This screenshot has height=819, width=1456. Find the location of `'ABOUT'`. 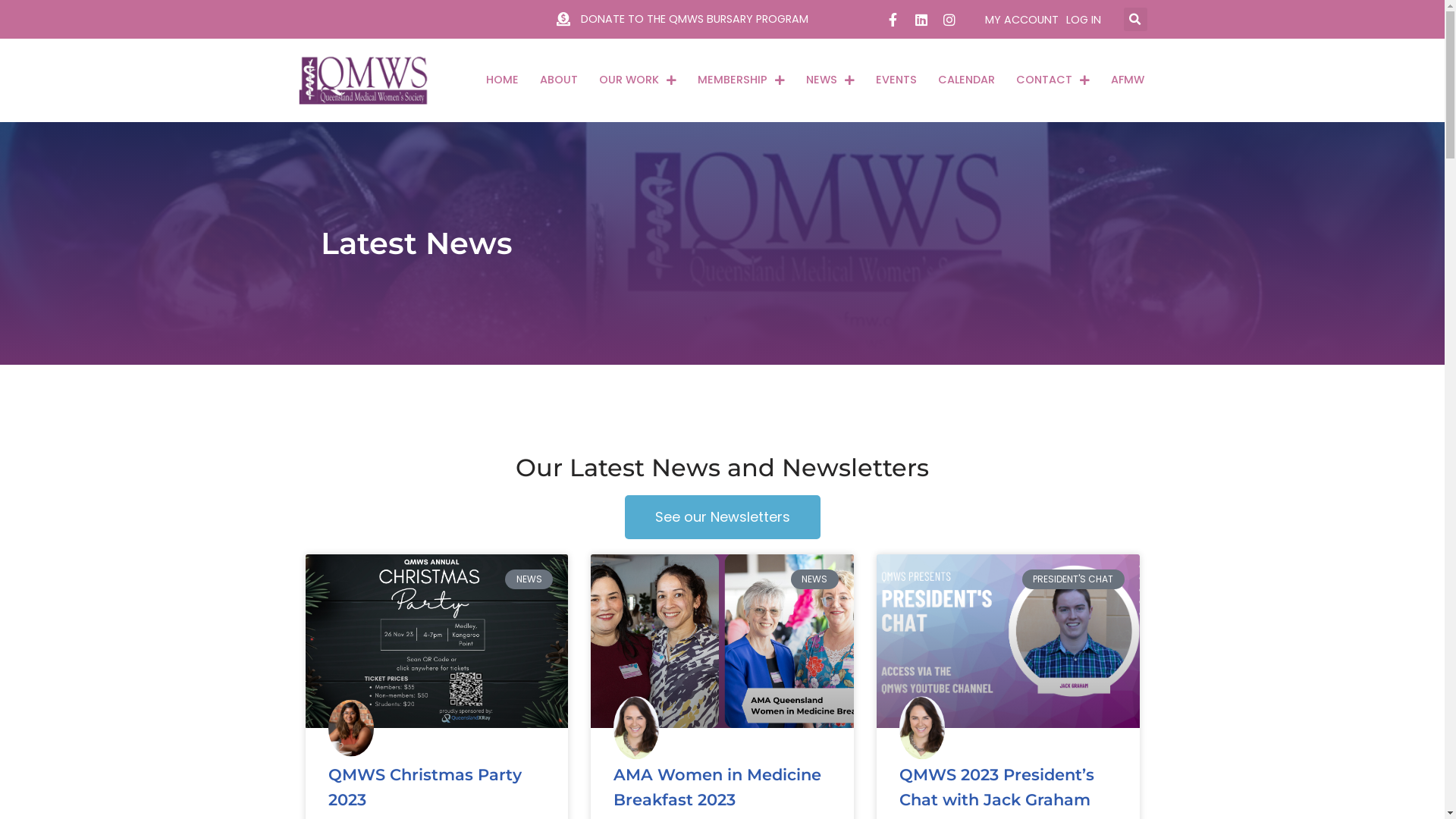

'ABOUT' is located at coordinates (558, 80).